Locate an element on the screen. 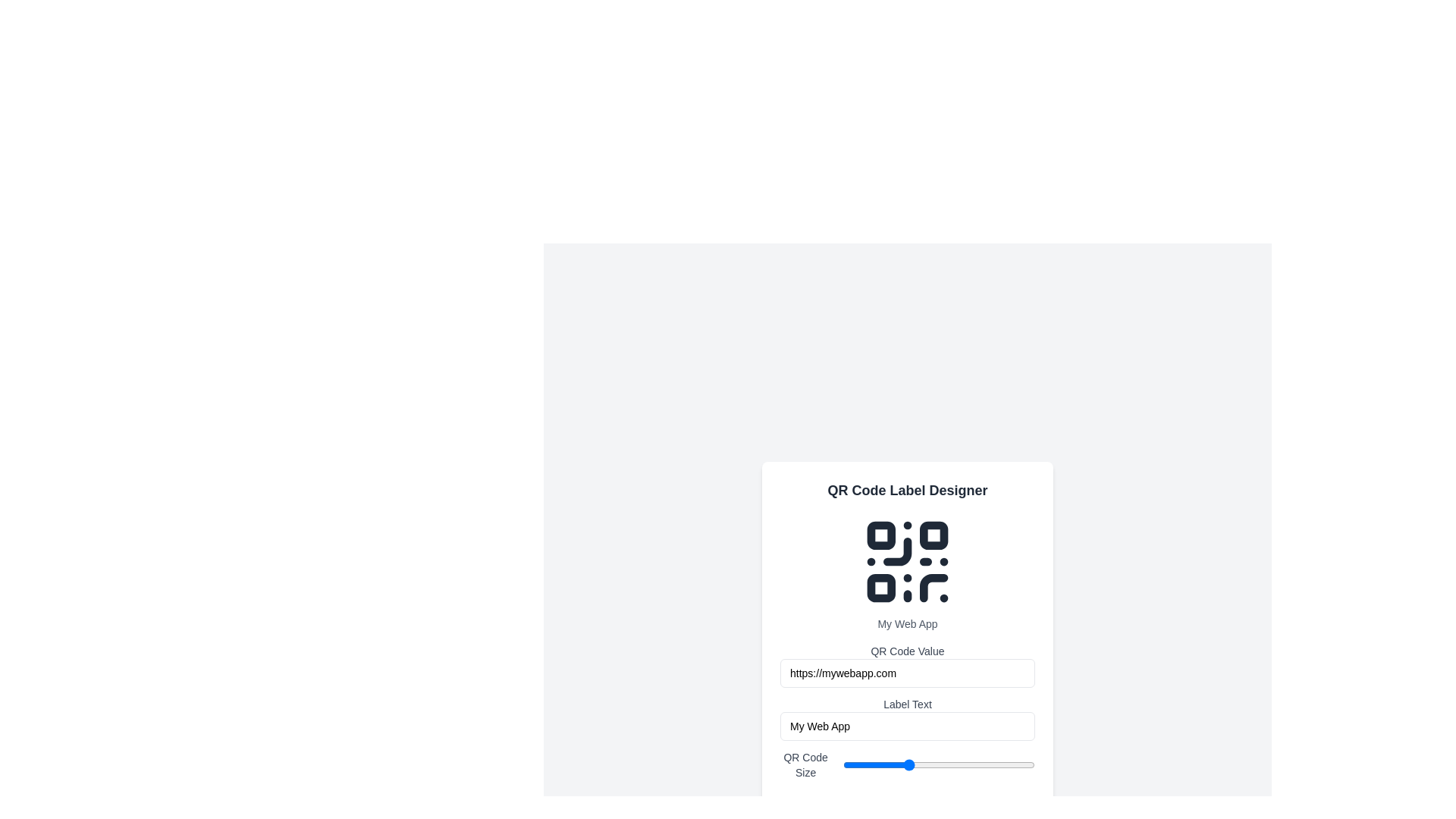 The height and width of the screenshot is (819, 1456). the QR code size is located at coordinates (965, 765).